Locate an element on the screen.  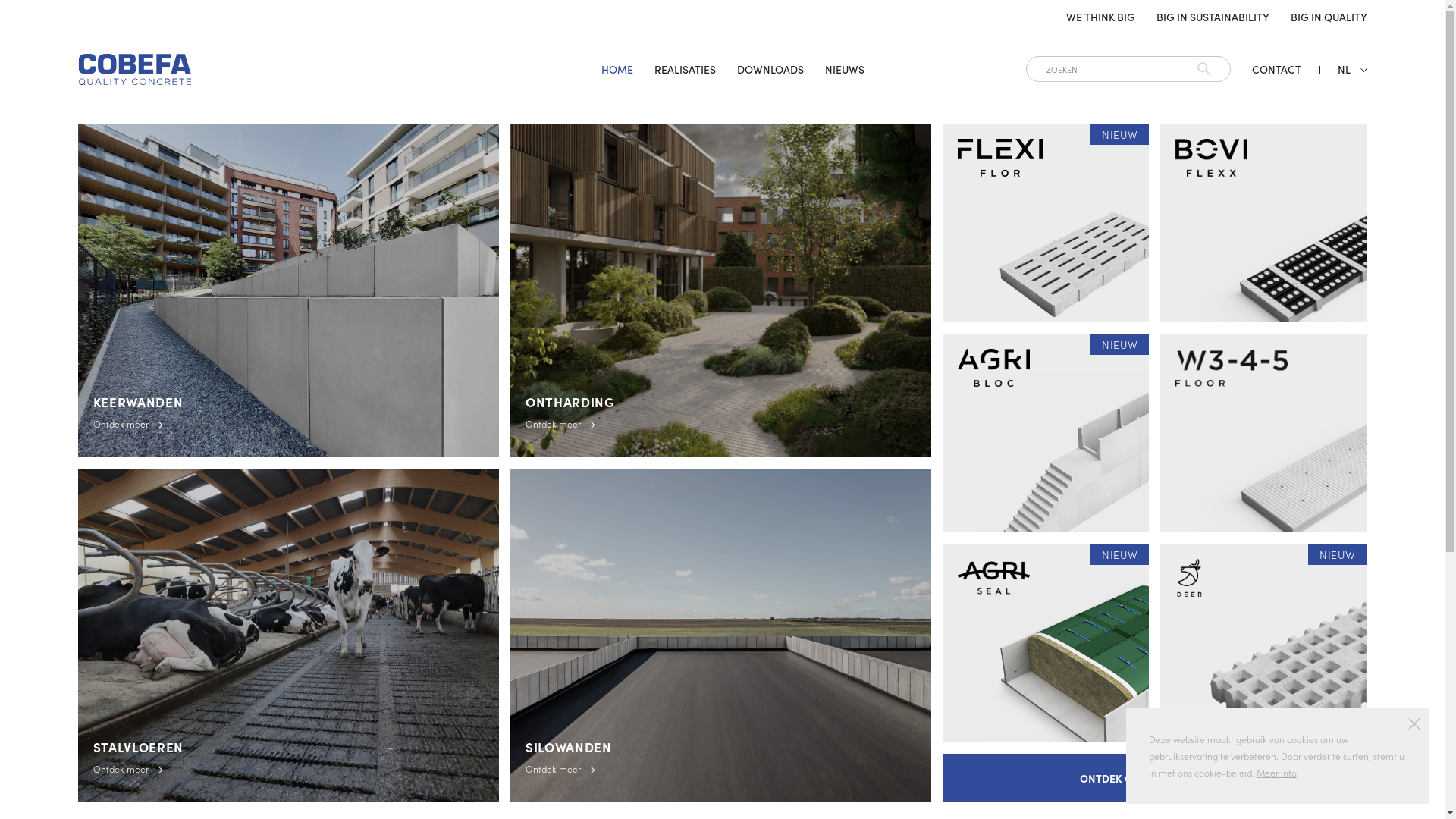
'DOWNLOADS' is located at coordinates (770, 69).